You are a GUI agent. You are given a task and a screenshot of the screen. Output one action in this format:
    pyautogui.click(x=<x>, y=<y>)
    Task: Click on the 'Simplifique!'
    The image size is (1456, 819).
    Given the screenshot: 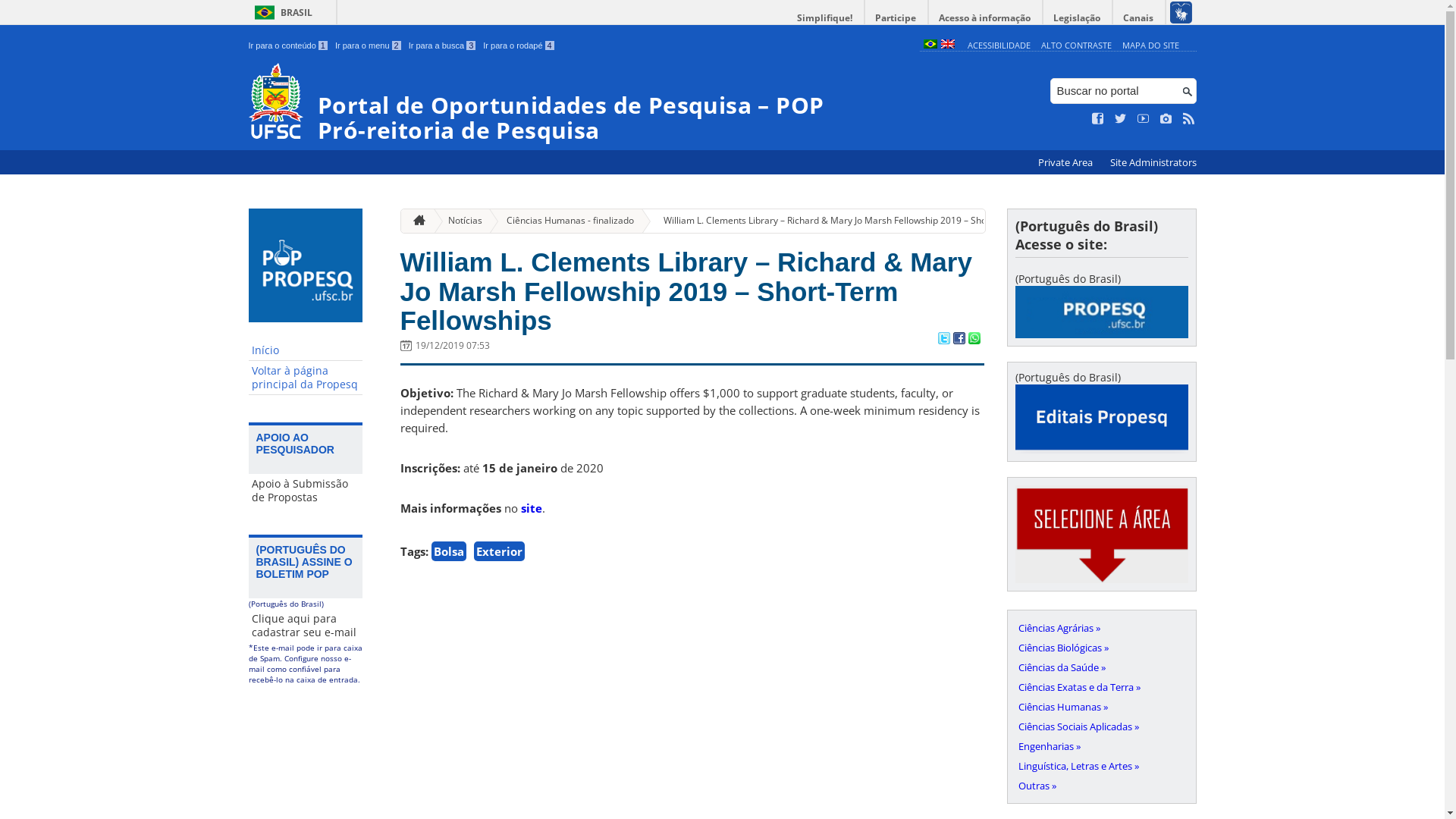 What is the action you would take?
    pyautogui.click(x=824, y=17)
    